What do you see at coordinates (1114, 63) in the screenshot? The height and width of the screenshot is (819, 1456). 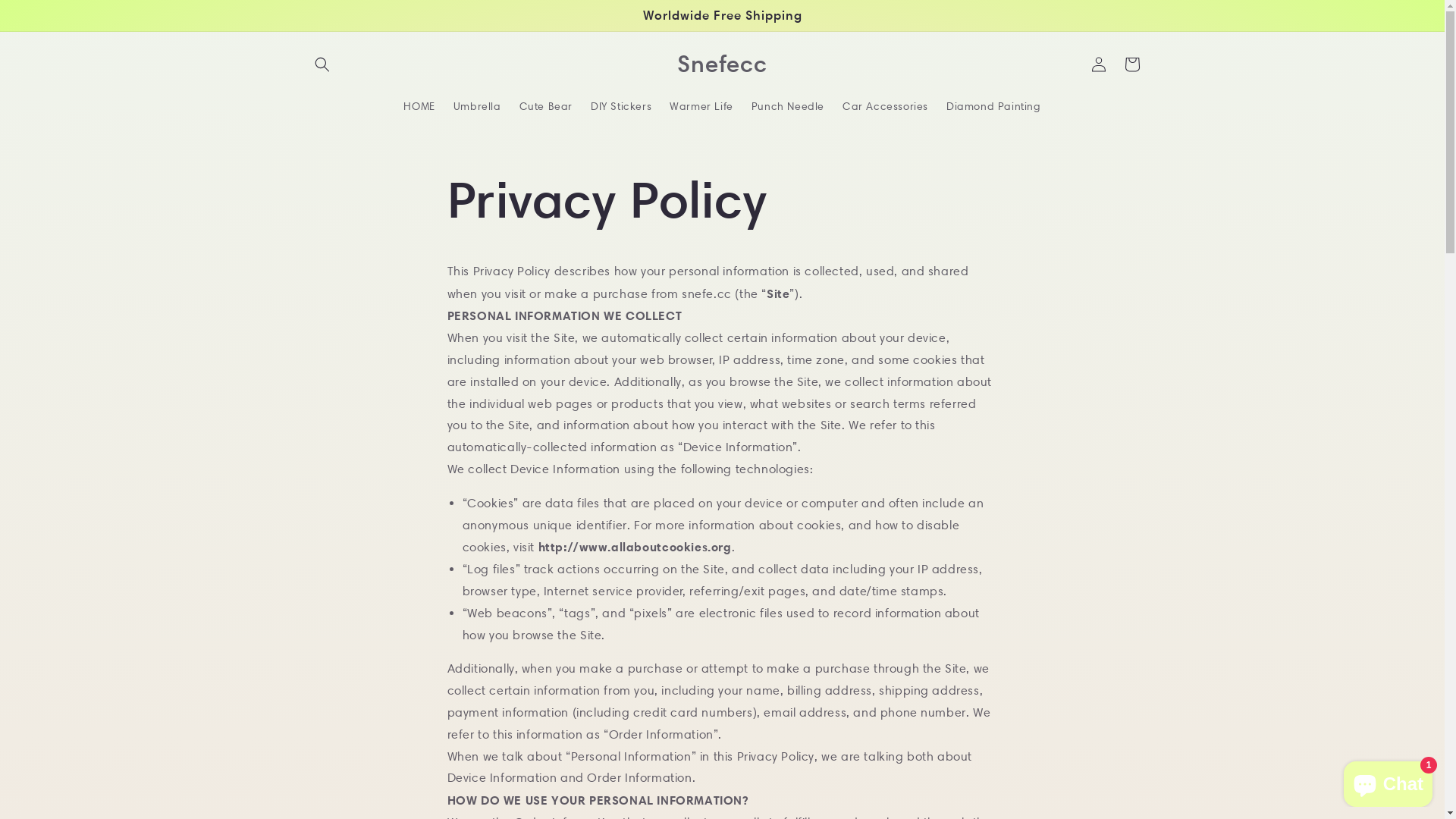 I see `'Cart'` at bounding box center [1114, 63].